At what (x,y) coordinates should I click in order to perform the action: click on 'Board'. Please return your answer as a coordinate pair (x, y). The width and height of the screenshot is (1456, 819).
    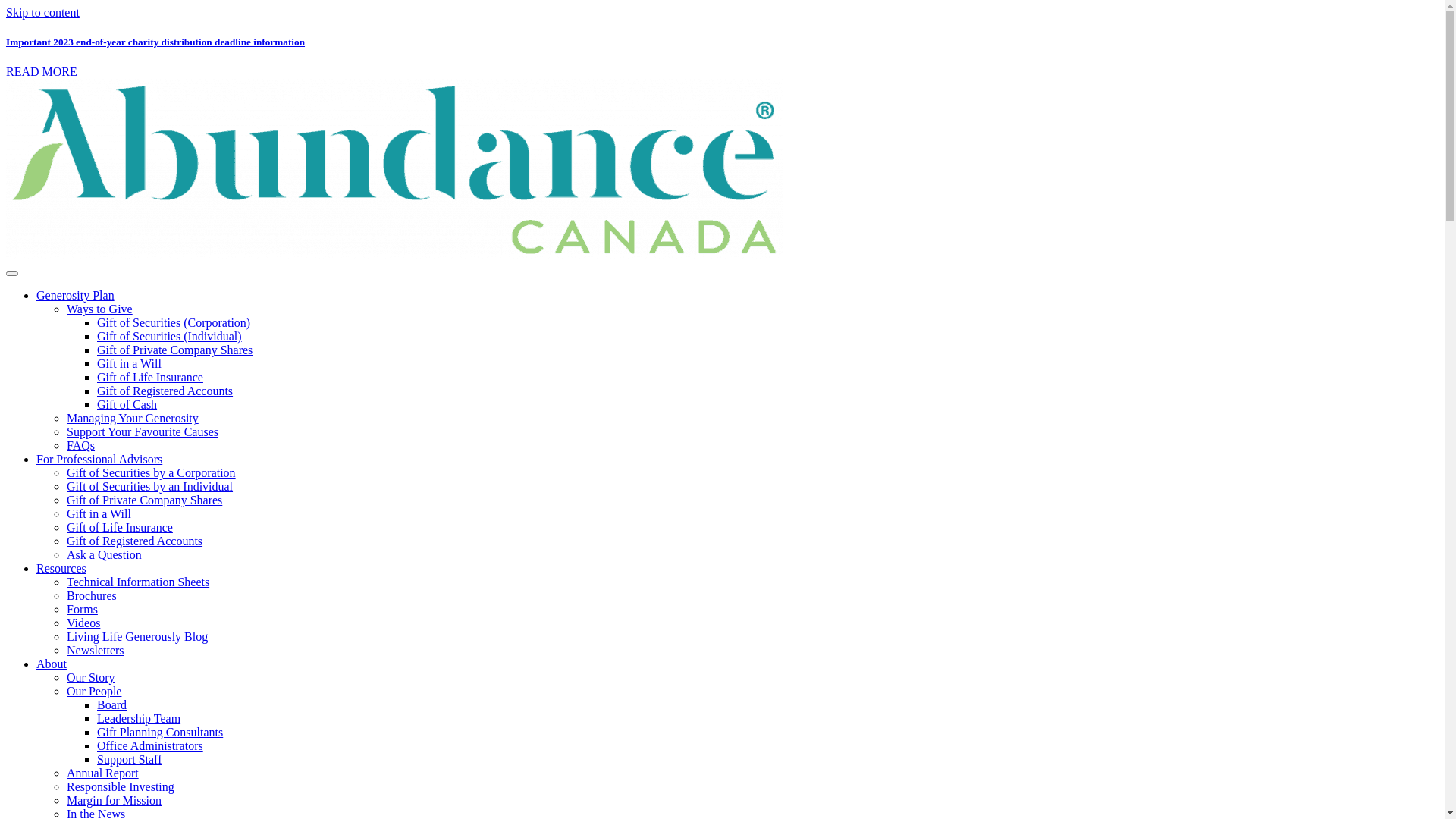
    Looking at the image, I should click on (111, 704).